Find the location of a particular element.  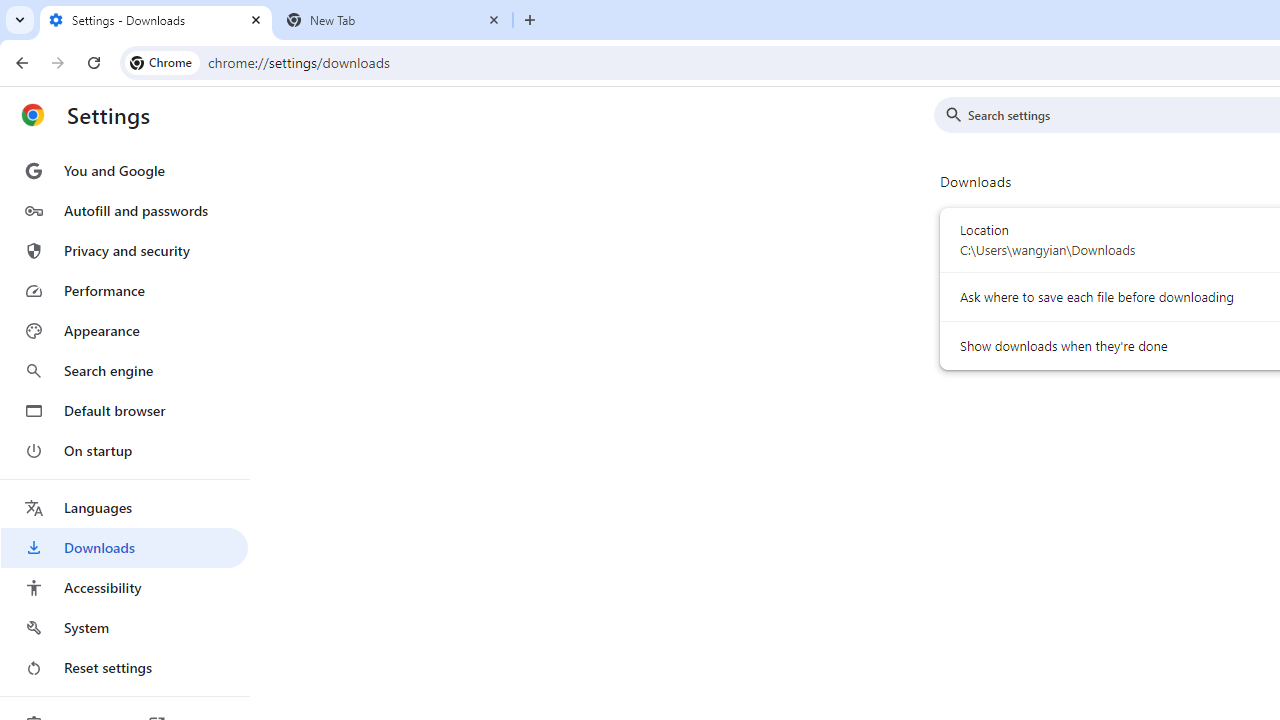

'On startup' is located at coordinates (123, 451).